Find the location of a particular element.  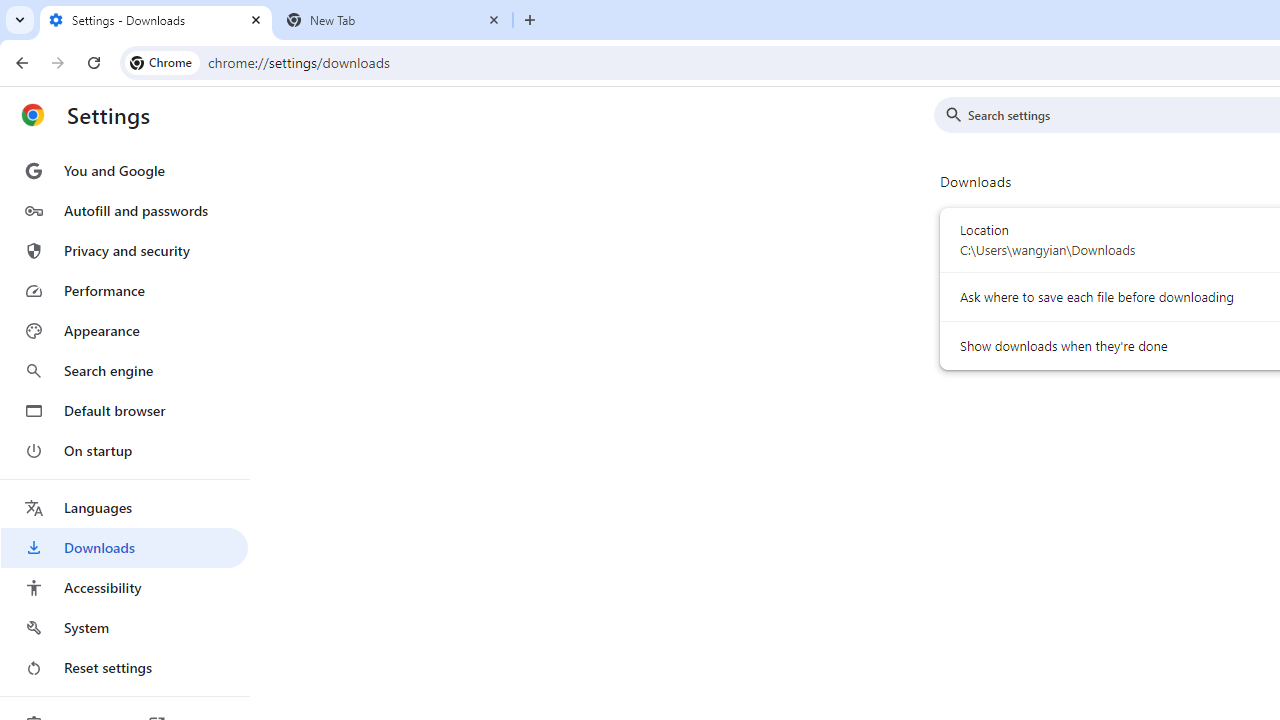

'On startup' is located at coordinates (123, 451).